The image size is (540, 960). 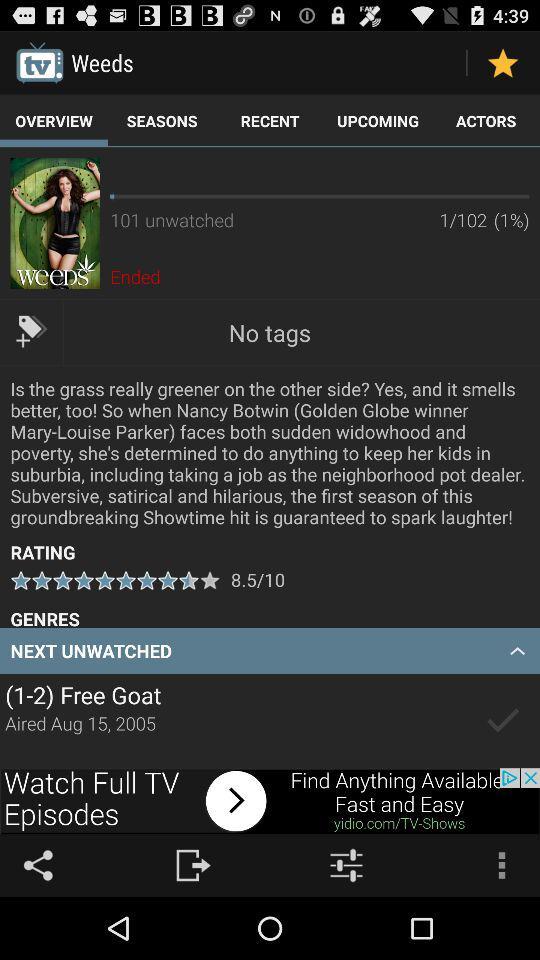 What do you see at coordinates (502, 770) in the screenshot?
I see `the check icon` at bounding box center [502, 770].